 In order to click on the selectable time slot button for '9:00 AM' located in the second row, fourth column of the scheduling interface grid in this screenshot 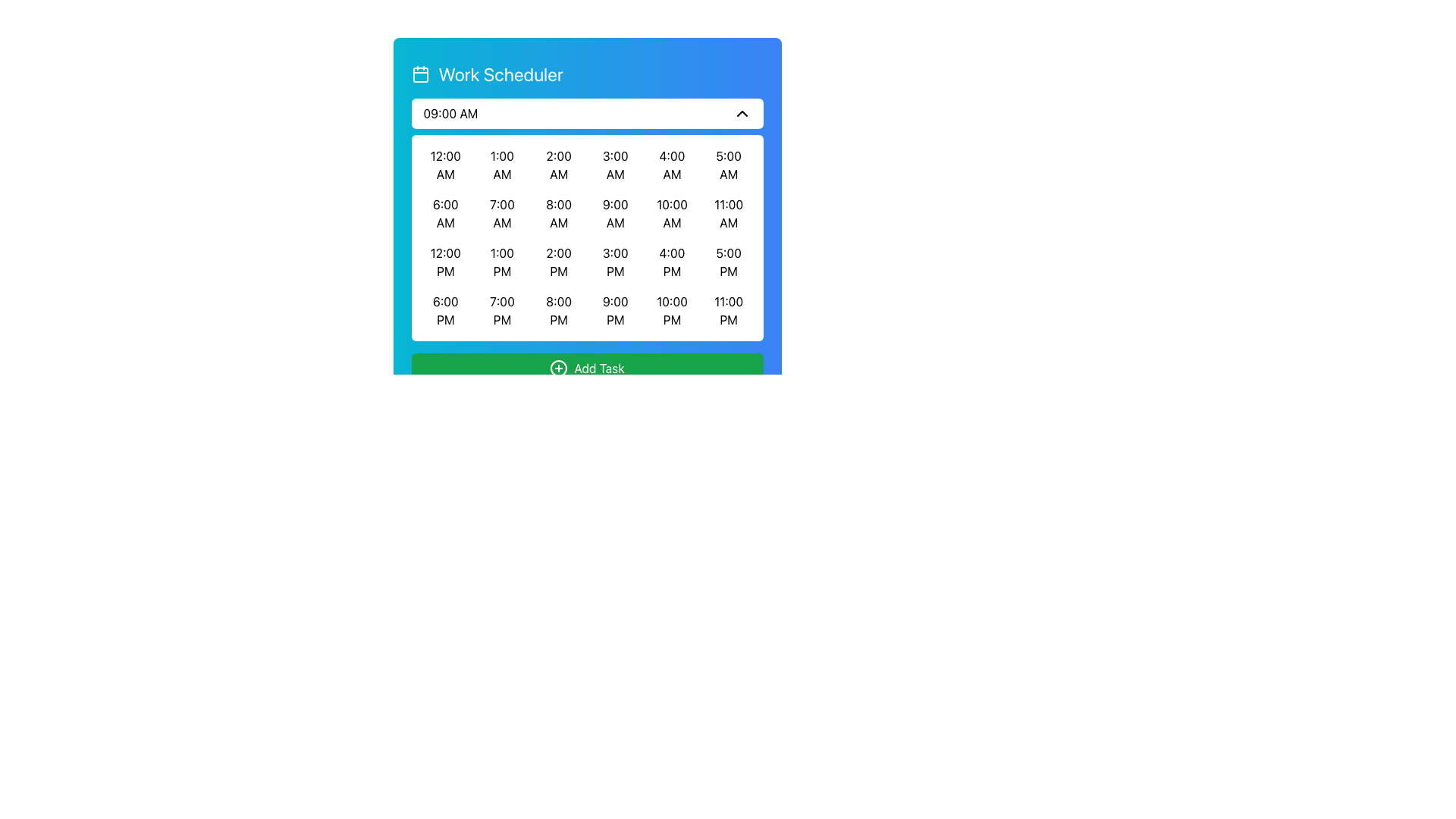, I will do `click(615, 213)`.